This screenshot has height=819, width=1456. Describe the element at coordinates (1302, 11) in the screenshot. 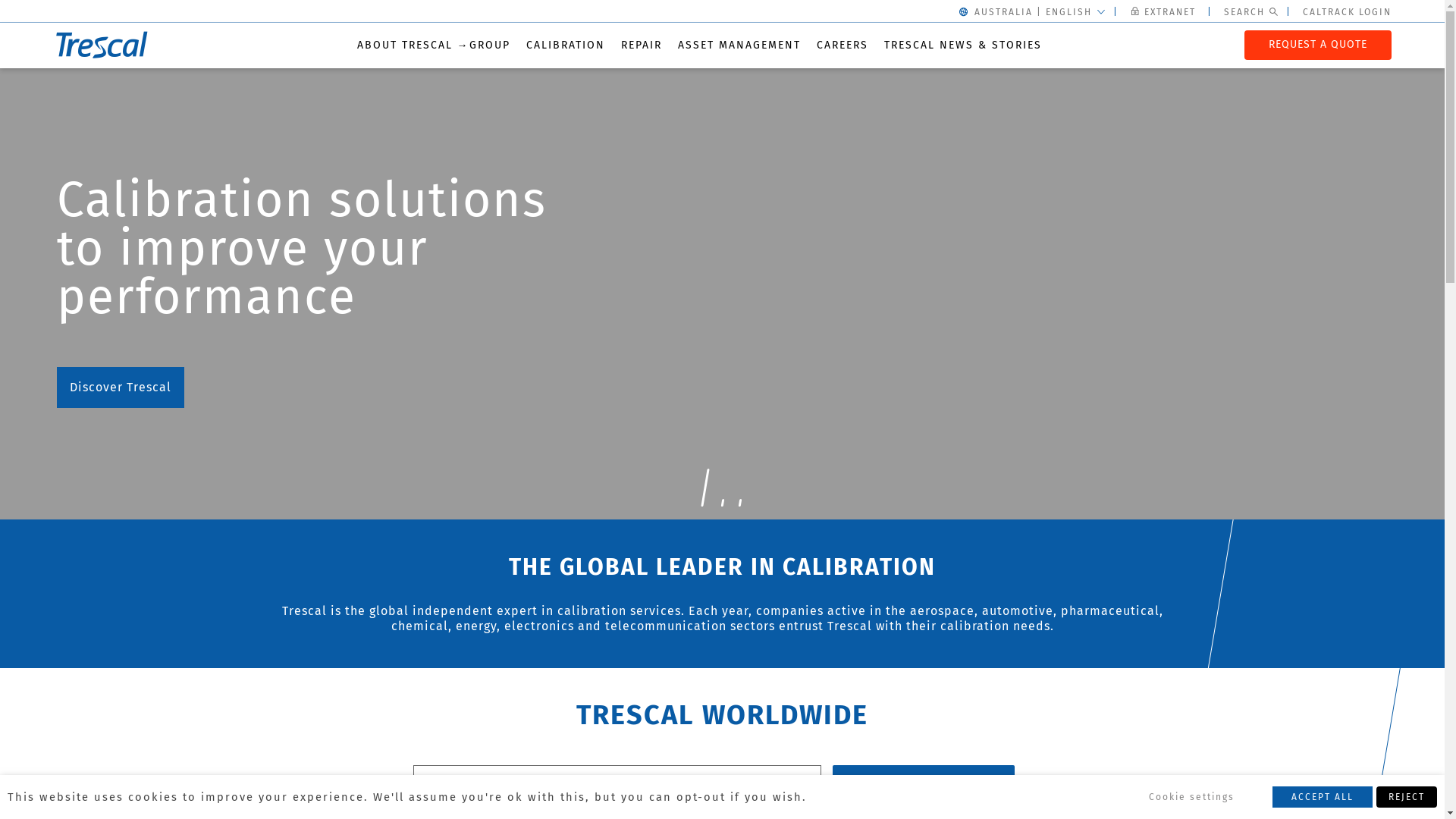

I see `'CALTRACK LOGIN'` at that location.